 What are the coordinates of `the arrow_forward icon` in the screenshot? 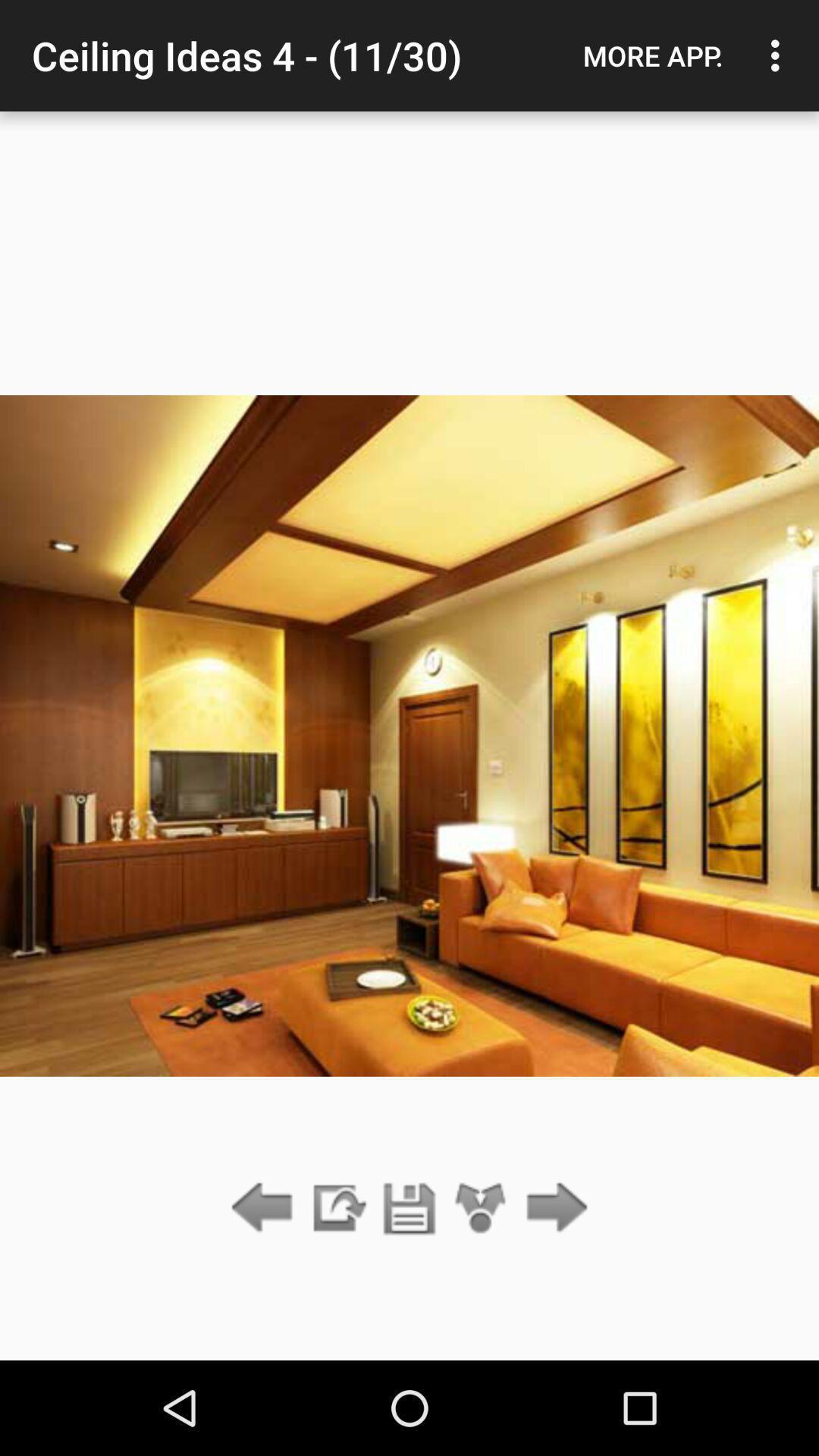 It's located at (553, 1208).